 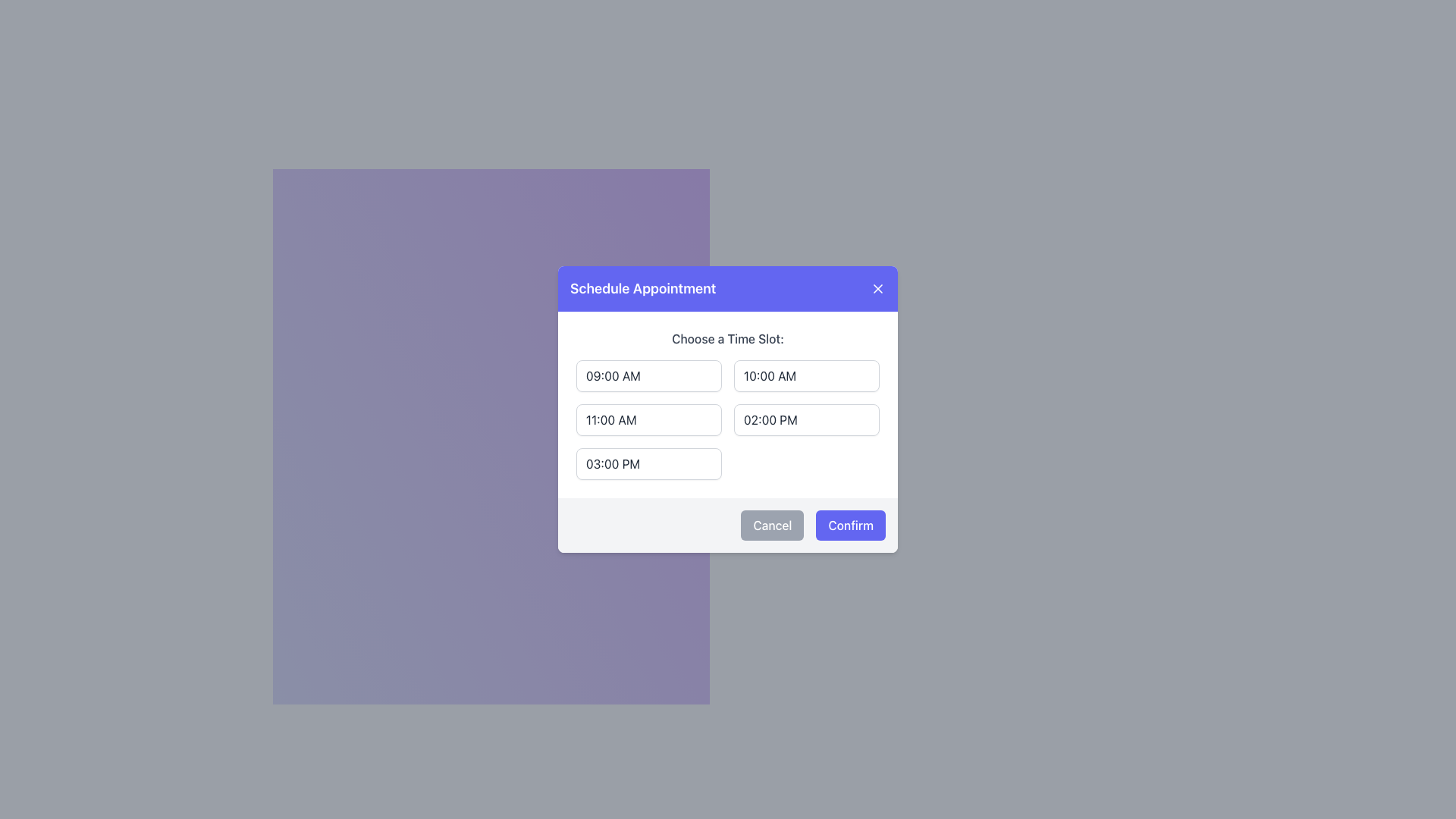 What do you see at coordinates (648, 463) in the screenshot?
I see `the button for selecting the '03:00 PM' time slot located in the bottom-left corner of the time slot grid in the 'Schedule Appointment' dialog box` at bounding box center [648, 463].